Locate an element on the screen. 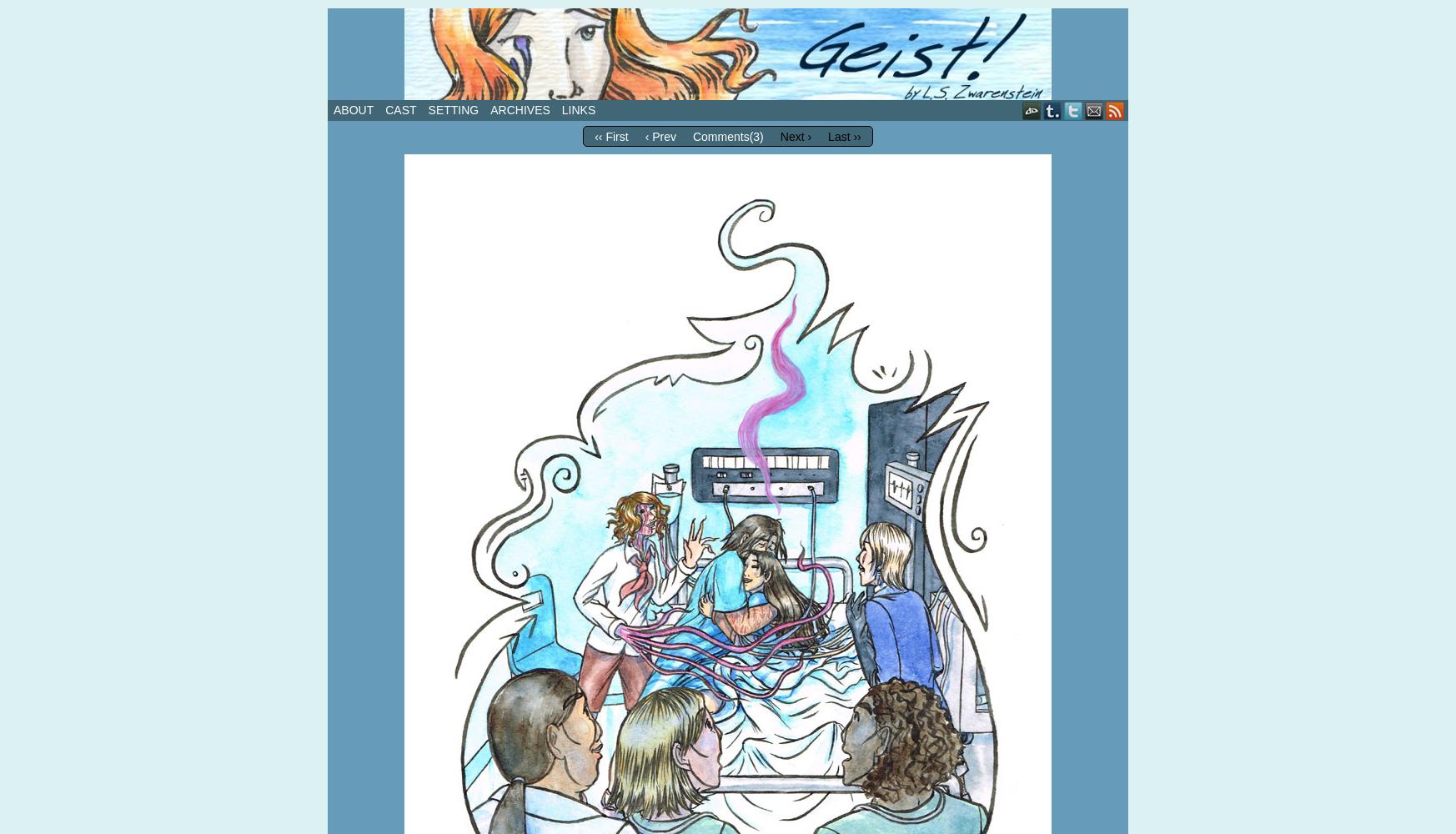 This screenshot has height=834, width=1456. 'Setting' is located at coordinates (452, 110).